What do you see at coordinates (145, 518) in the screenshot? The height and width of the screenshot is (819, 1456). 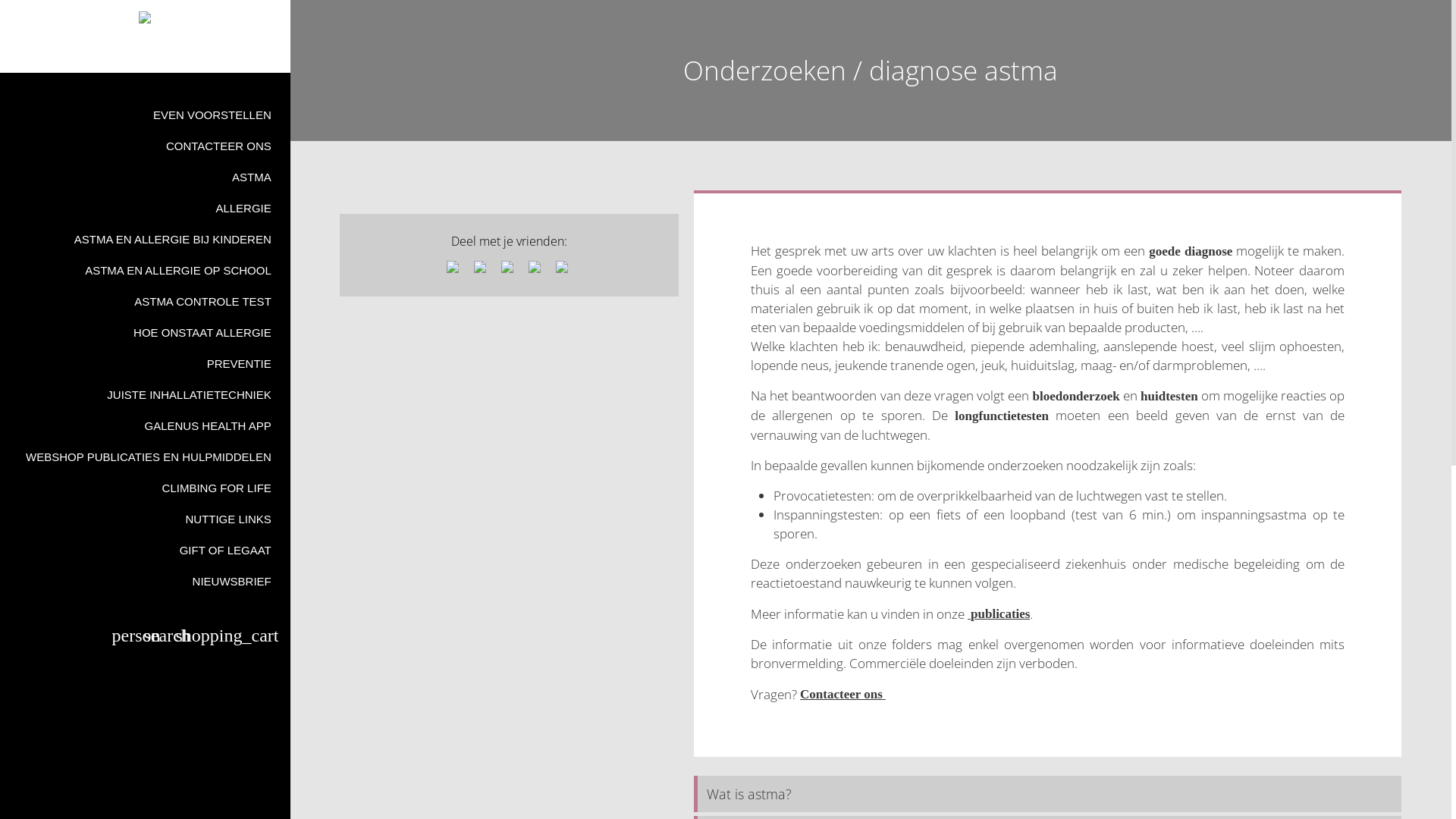 I see `'NUTTIGE LINKS'` at bounding box center [145, 518].